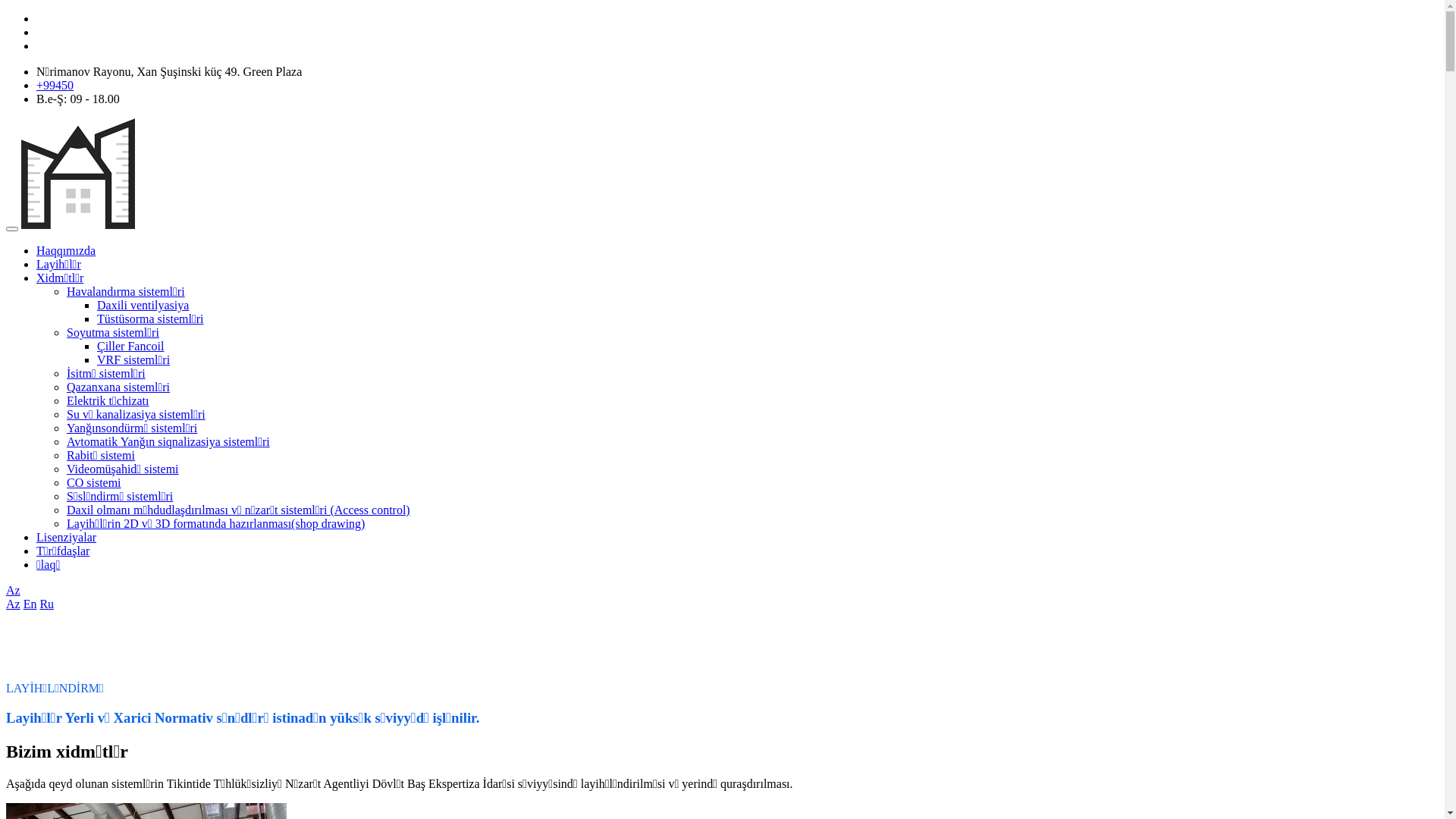  Describe the element at coordinates (65, 482) in the screenshot. I see `'CO sistemi'` at that location.